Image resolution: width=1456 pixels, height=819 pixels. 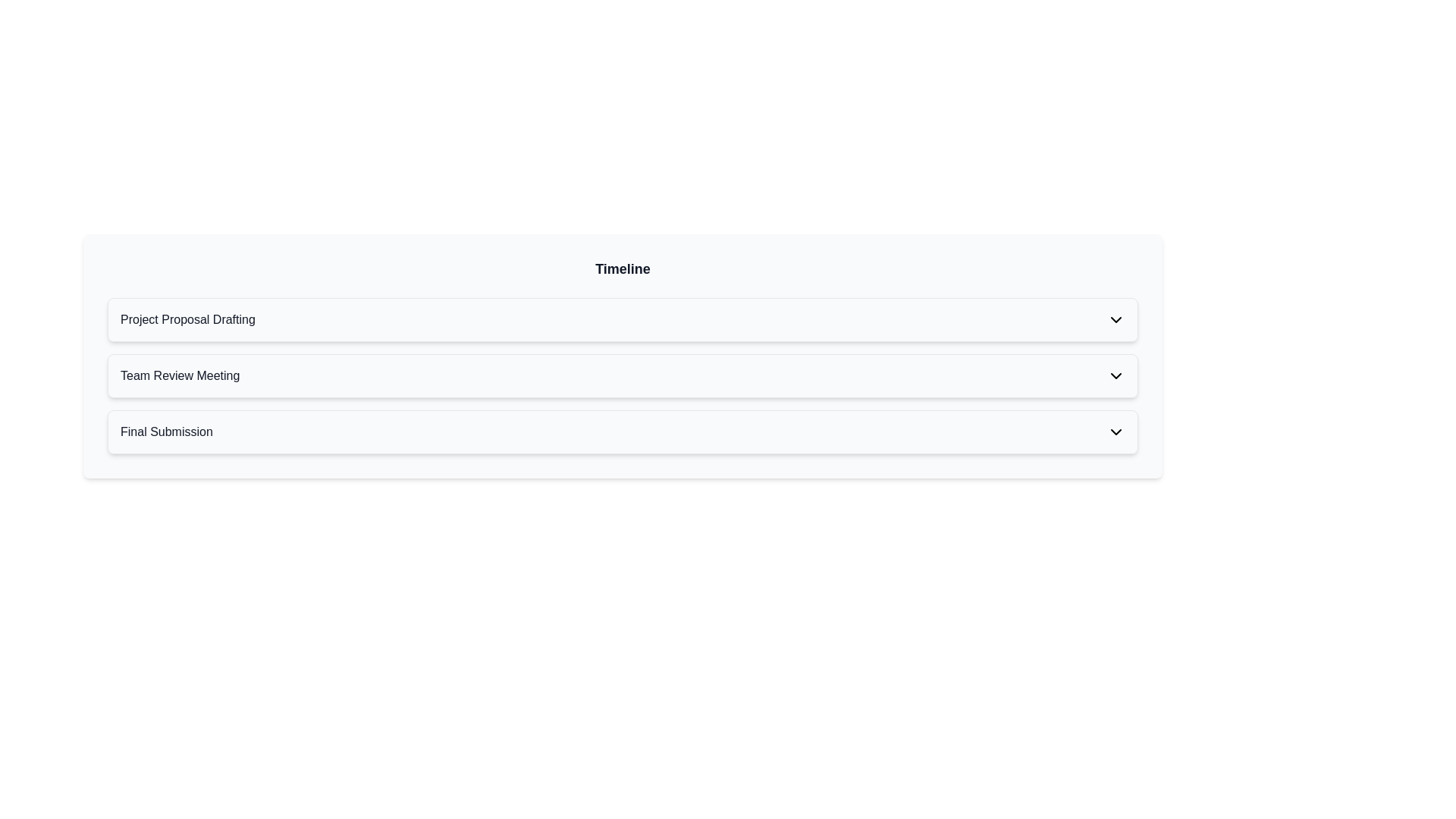 I want to click on the downward-facing arrow icon located at the far right of the row labeled 'Final Submission', so click(x=1116, y=432).